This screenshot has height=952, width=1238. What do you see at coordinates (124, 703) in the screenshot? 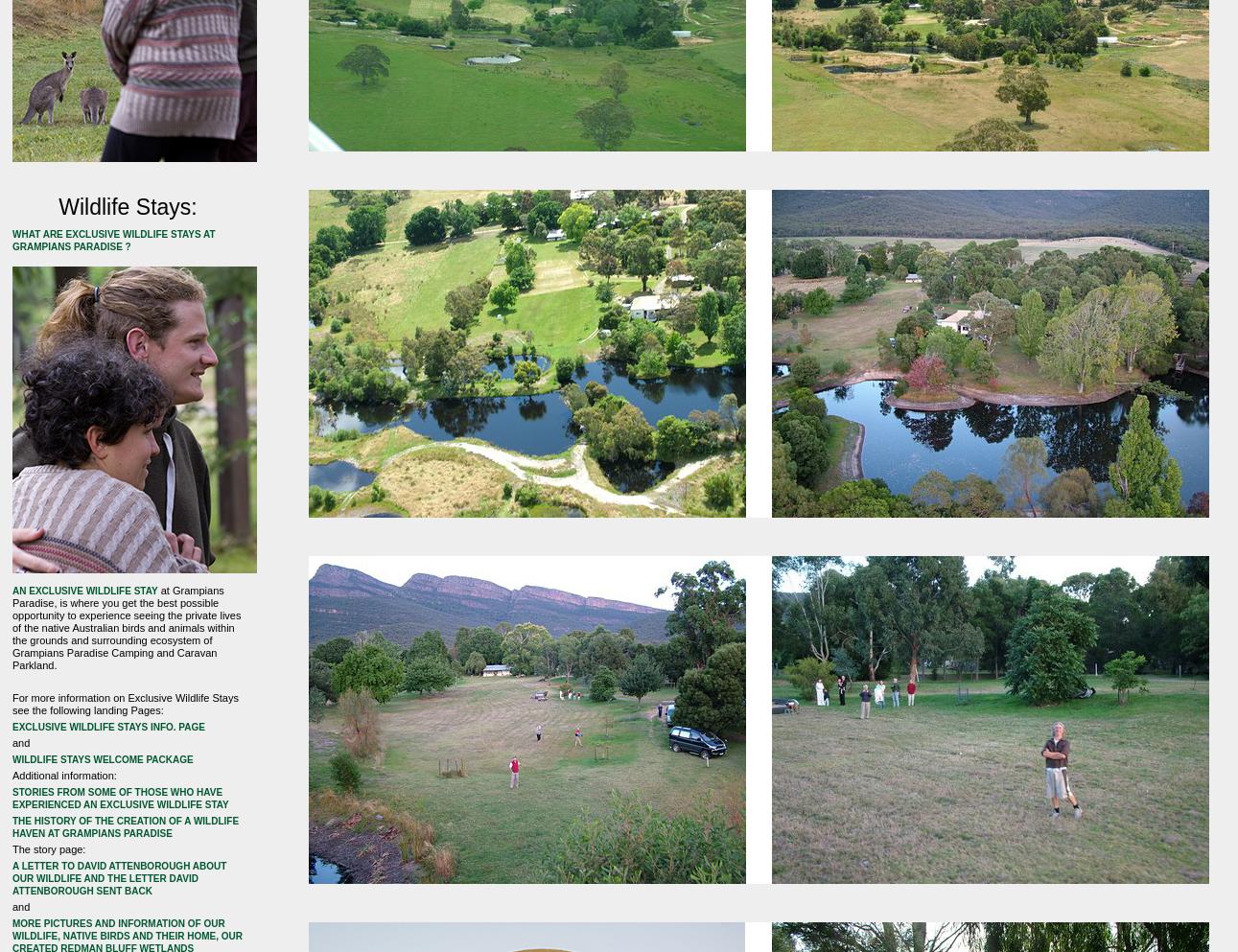
I see `'For more information on Exclusive Wildlife Stays see the following landing Pages:'` at bounding box center [124, 703].